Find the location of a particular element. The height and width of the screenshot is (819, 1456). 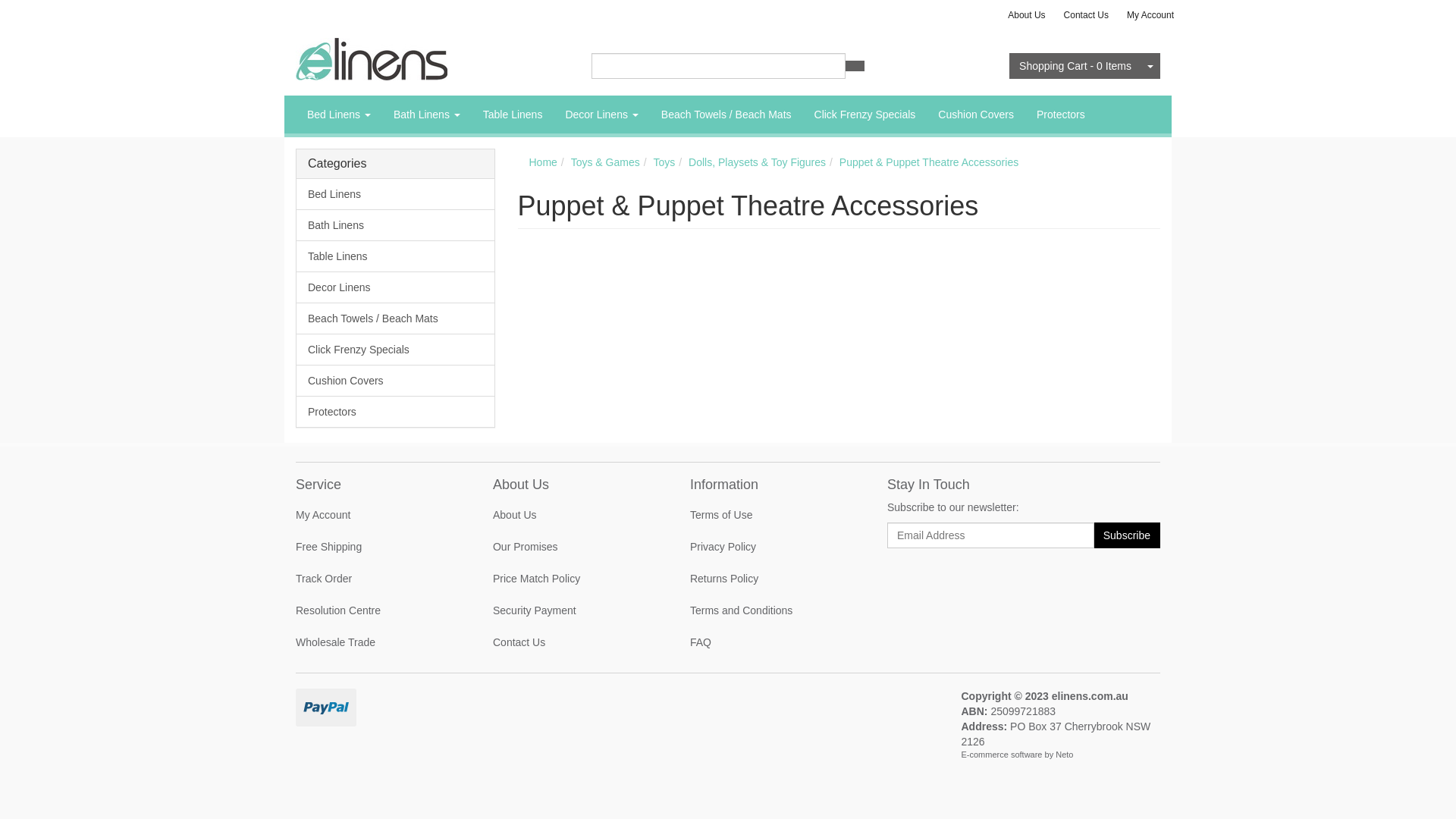

'Subscribe' is located at coordinates (1093, 534).